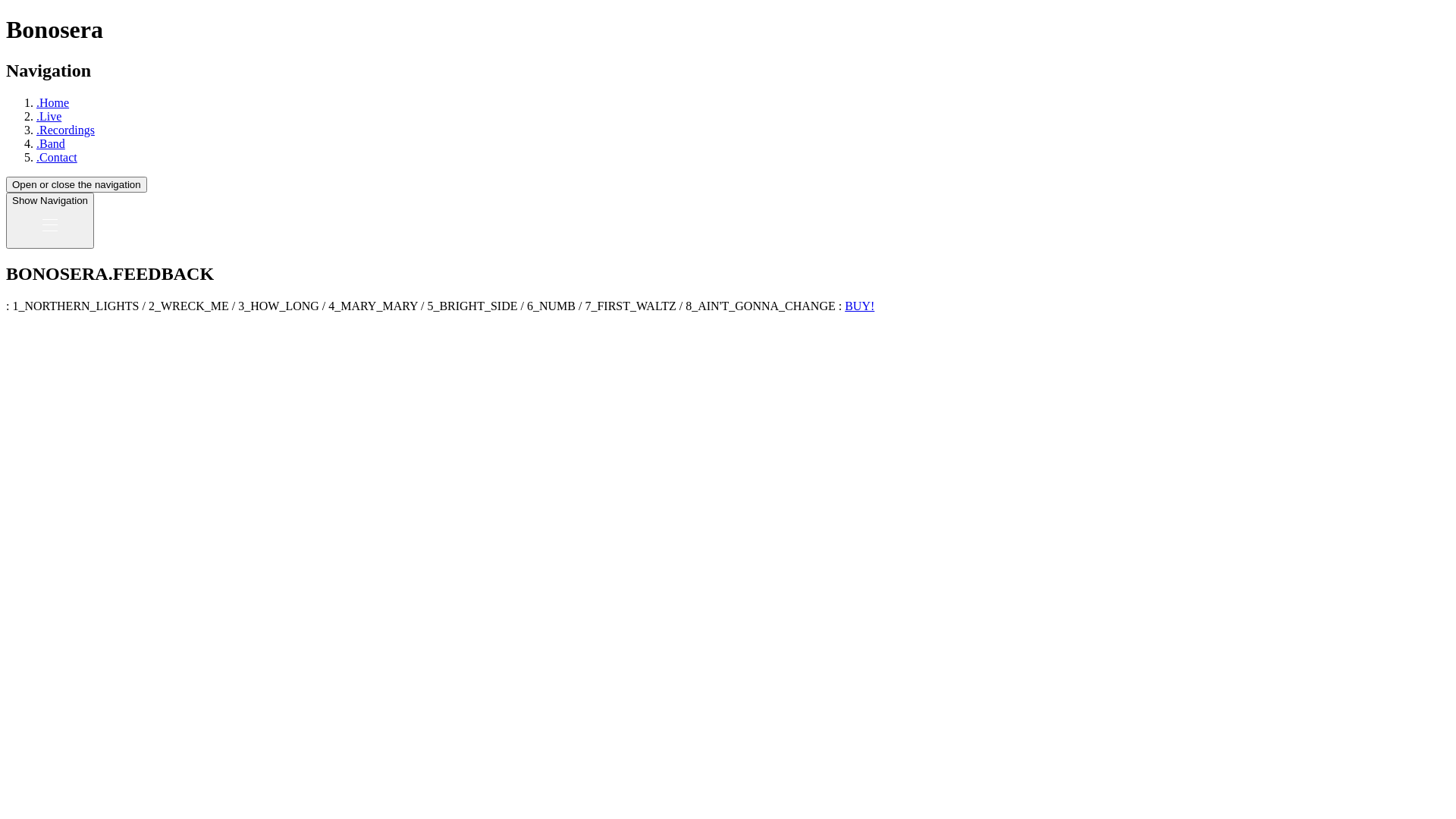 The width and height of the screenshot is (1456, 819). Describe the element at coordinates (36, 157) in the screenshot. I see `'.Contact'` at that location.